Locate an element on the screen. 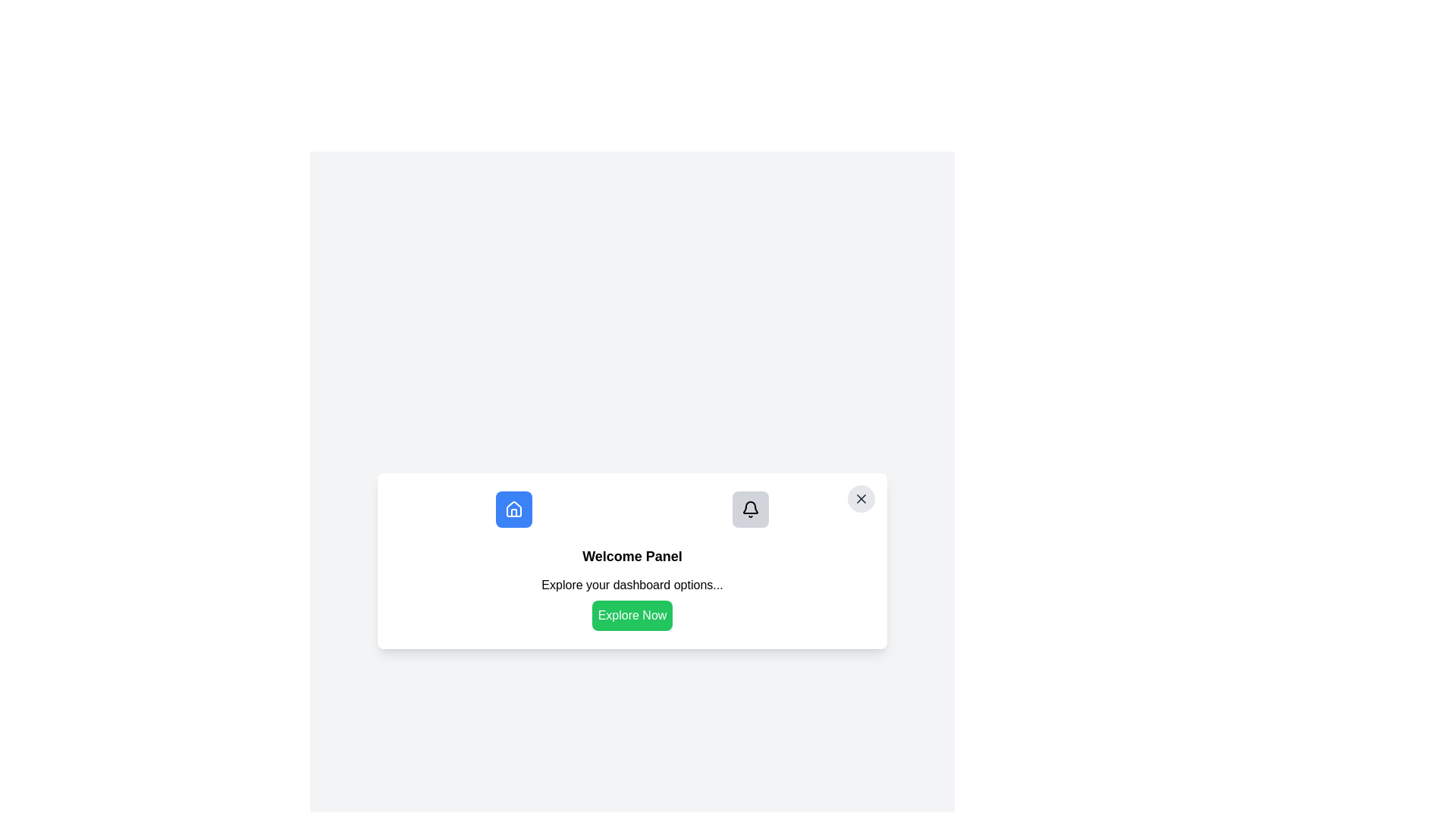 Image resolution: width=1456 pixels, height=819 pixels. the 'Welcome Panel' composite element which includes the title text 'Welcome Panel', descriptive text 'Explore your dashboard options...', and the green button 'Explore Now' is located at coordinates (632, 587).